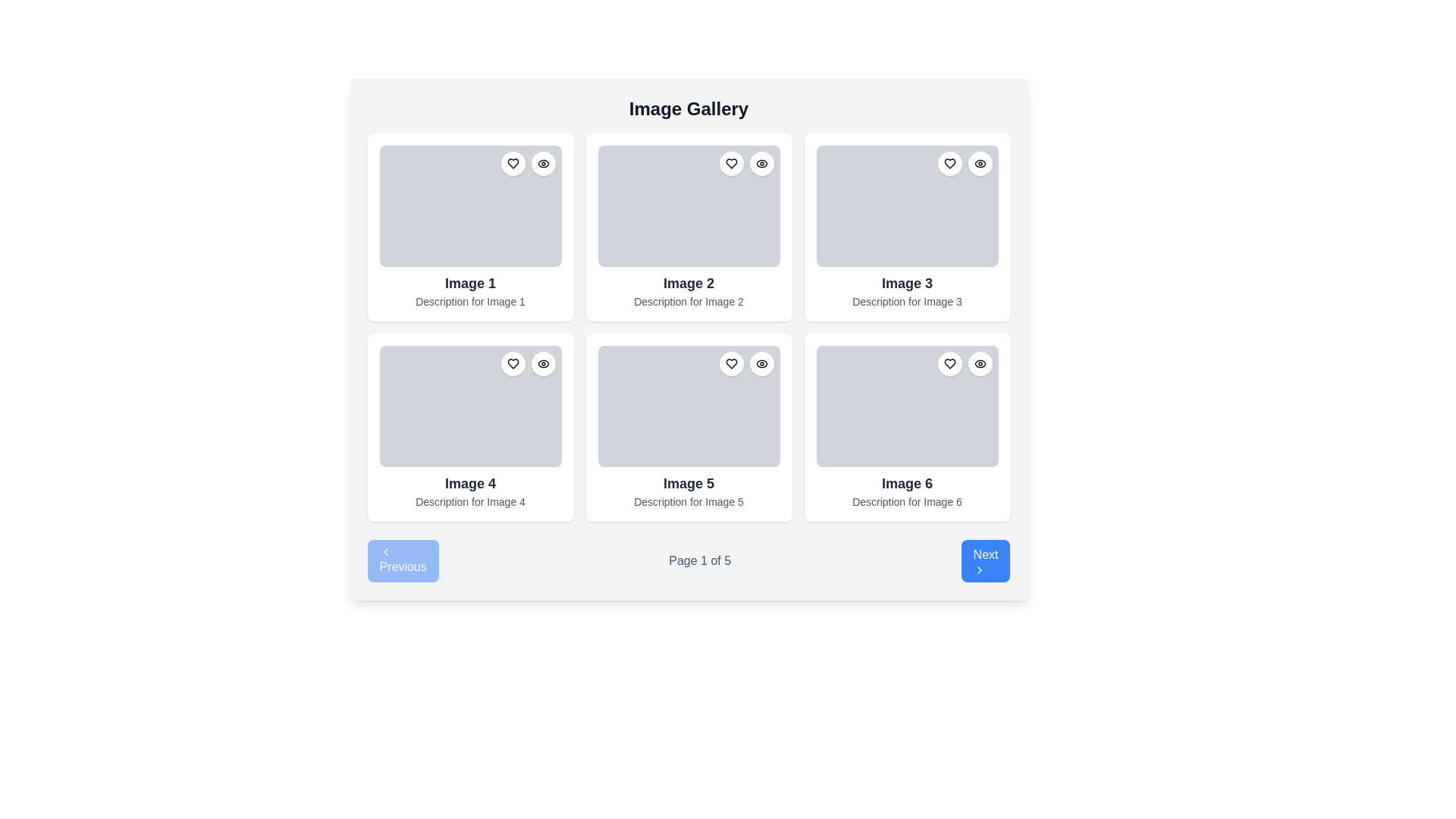  Describe the element at coordinates (513, 164) in the screenshot. I see `the heart icon located in the circular button at the top-right corner of the first image in the 3x2 image grid, which supports drag-and-drop functionality` at that location.